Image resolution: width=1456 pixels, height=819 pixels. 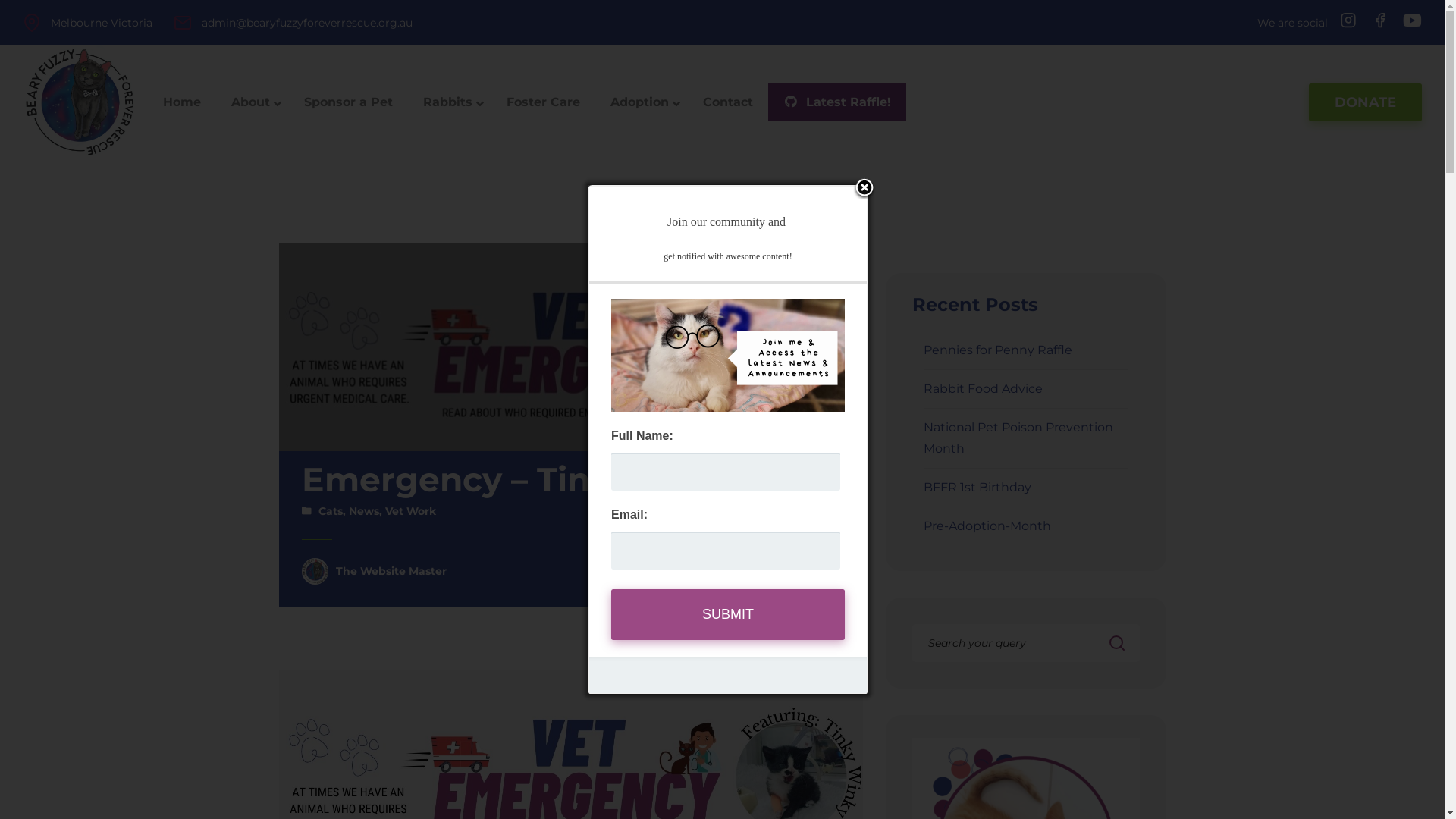 I want to click on 'Home', so click(x=182, y=102).